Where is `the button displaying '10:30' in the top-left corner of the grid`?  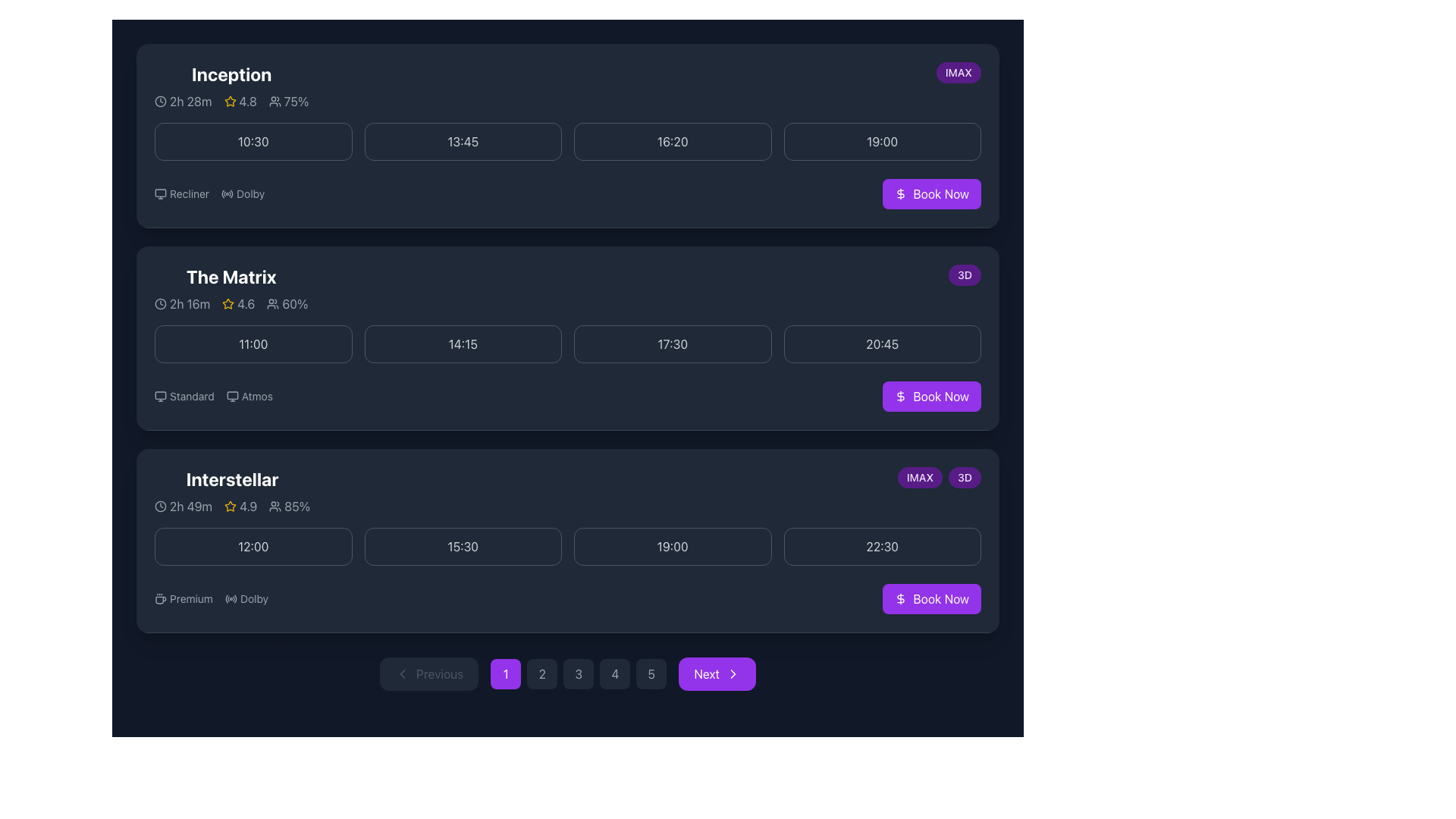 the button displaying '10:30' in the top-left corner of the grid is located at coordinates (253, 141).